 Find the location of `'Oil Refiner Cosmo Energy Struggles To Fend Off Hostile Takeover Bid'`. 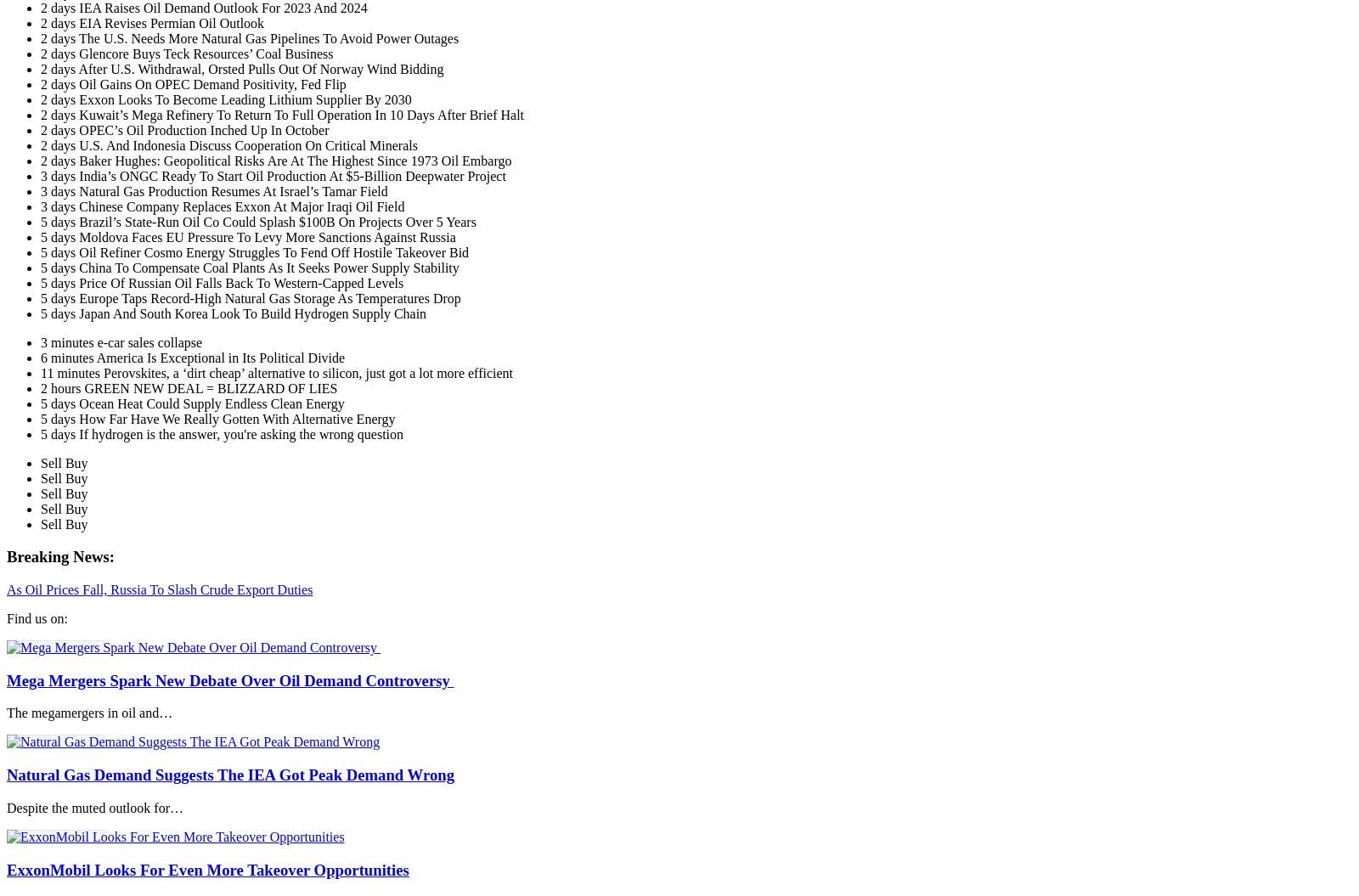

'Oil Refiner Cosmo Energy Struggles To Fend Off Hostile Takeover Bid' is located at coordinates (273, 251).